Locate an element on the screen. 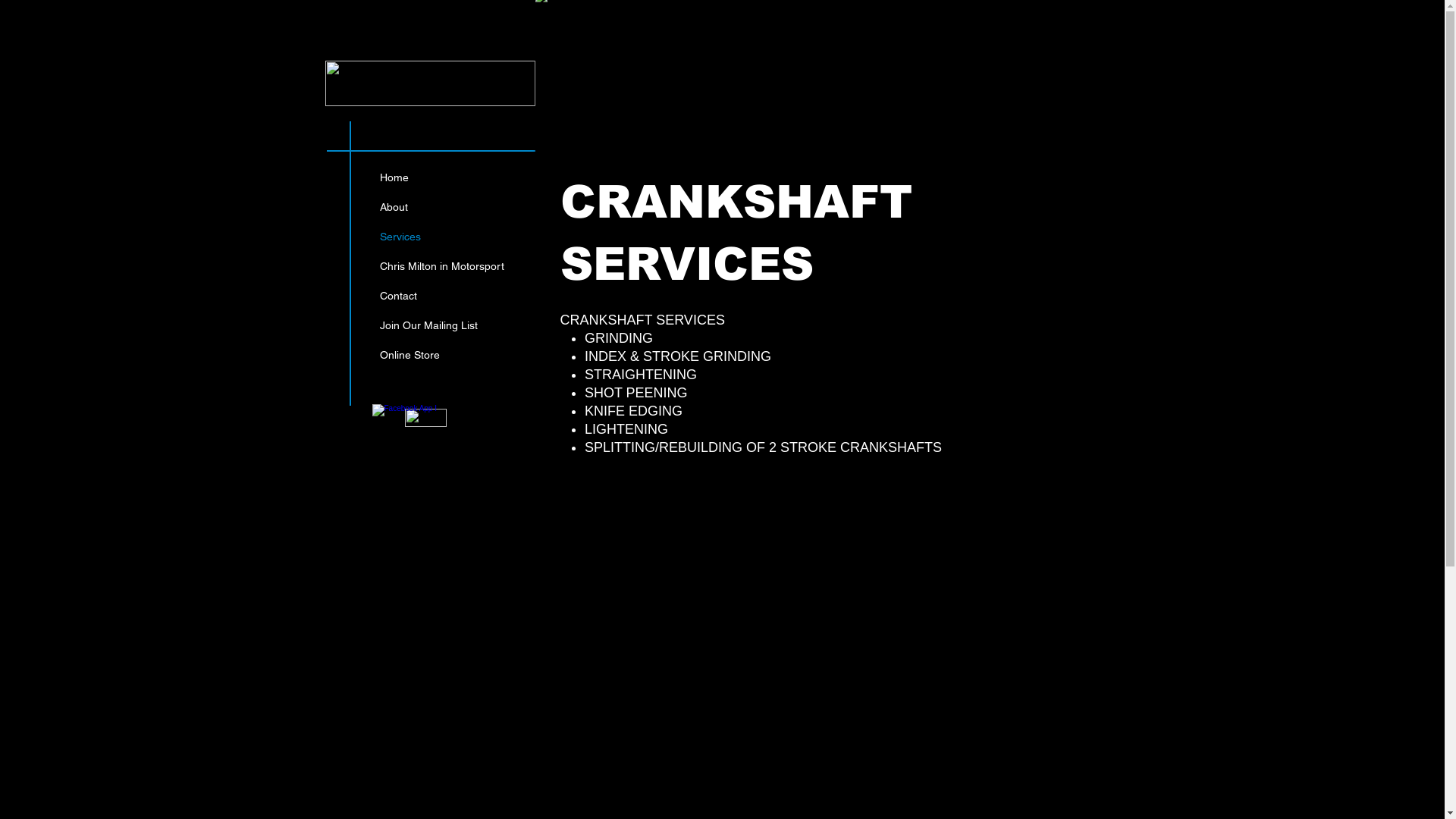  'Chris Milton in Motorsport' is located at coordinates (440, 265).